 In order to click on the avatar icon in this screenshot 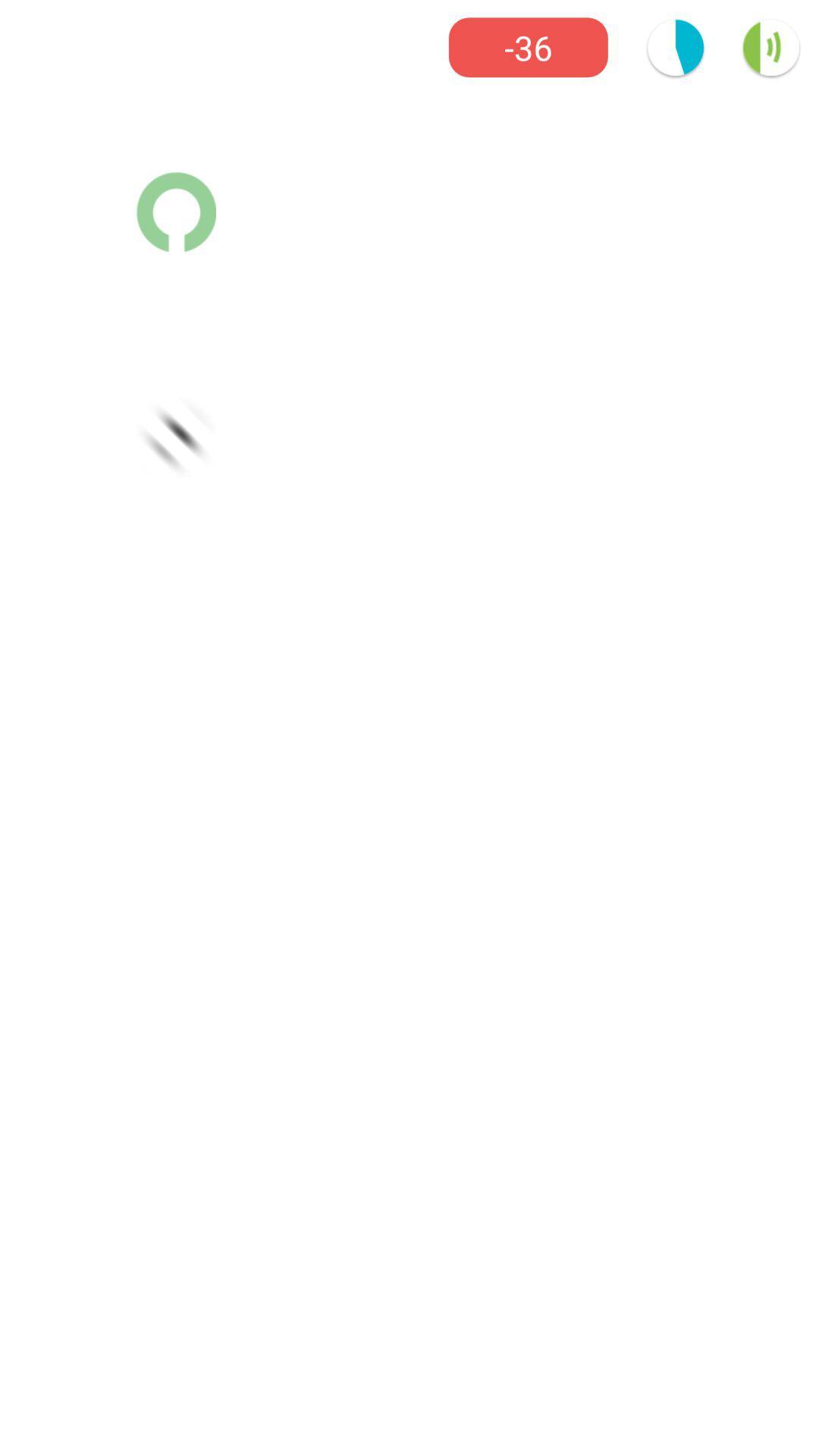, I will do `click(175, 211)`.